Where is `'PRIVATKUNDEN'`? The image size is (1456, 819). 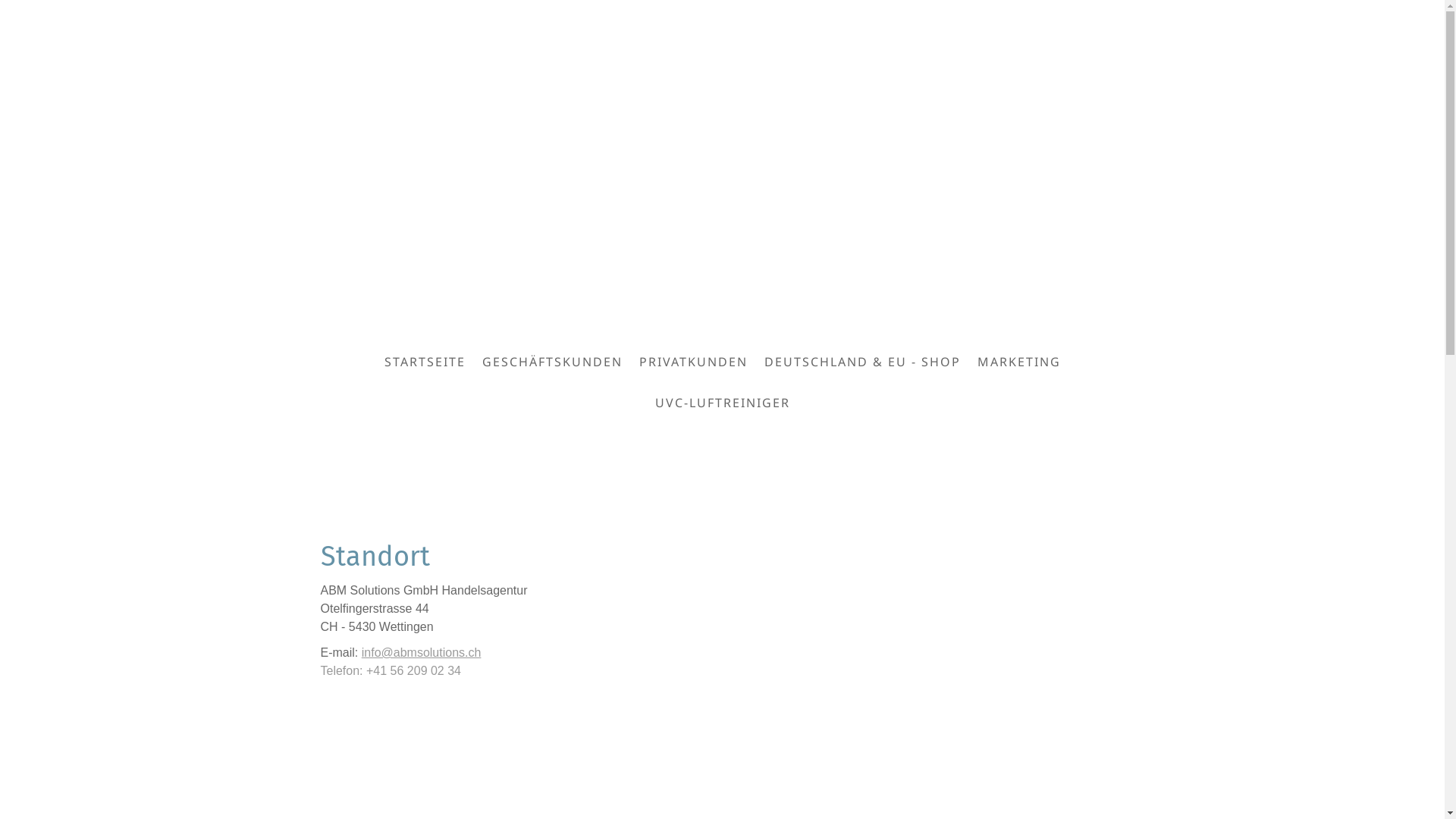 'PRIVATKUNDEN' is located at coordinates (692, 362).